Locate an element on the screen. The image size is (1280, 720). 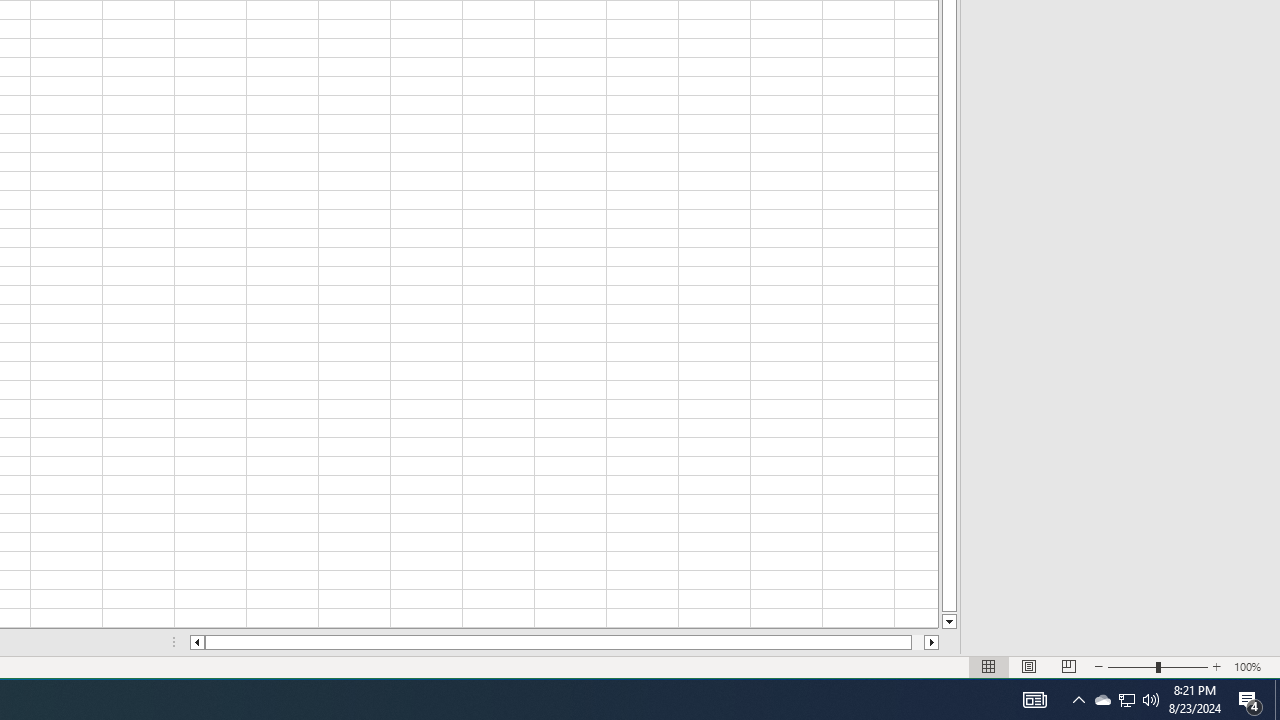
'User Promoted Notification Area' is located at coordinates (1151, 698).